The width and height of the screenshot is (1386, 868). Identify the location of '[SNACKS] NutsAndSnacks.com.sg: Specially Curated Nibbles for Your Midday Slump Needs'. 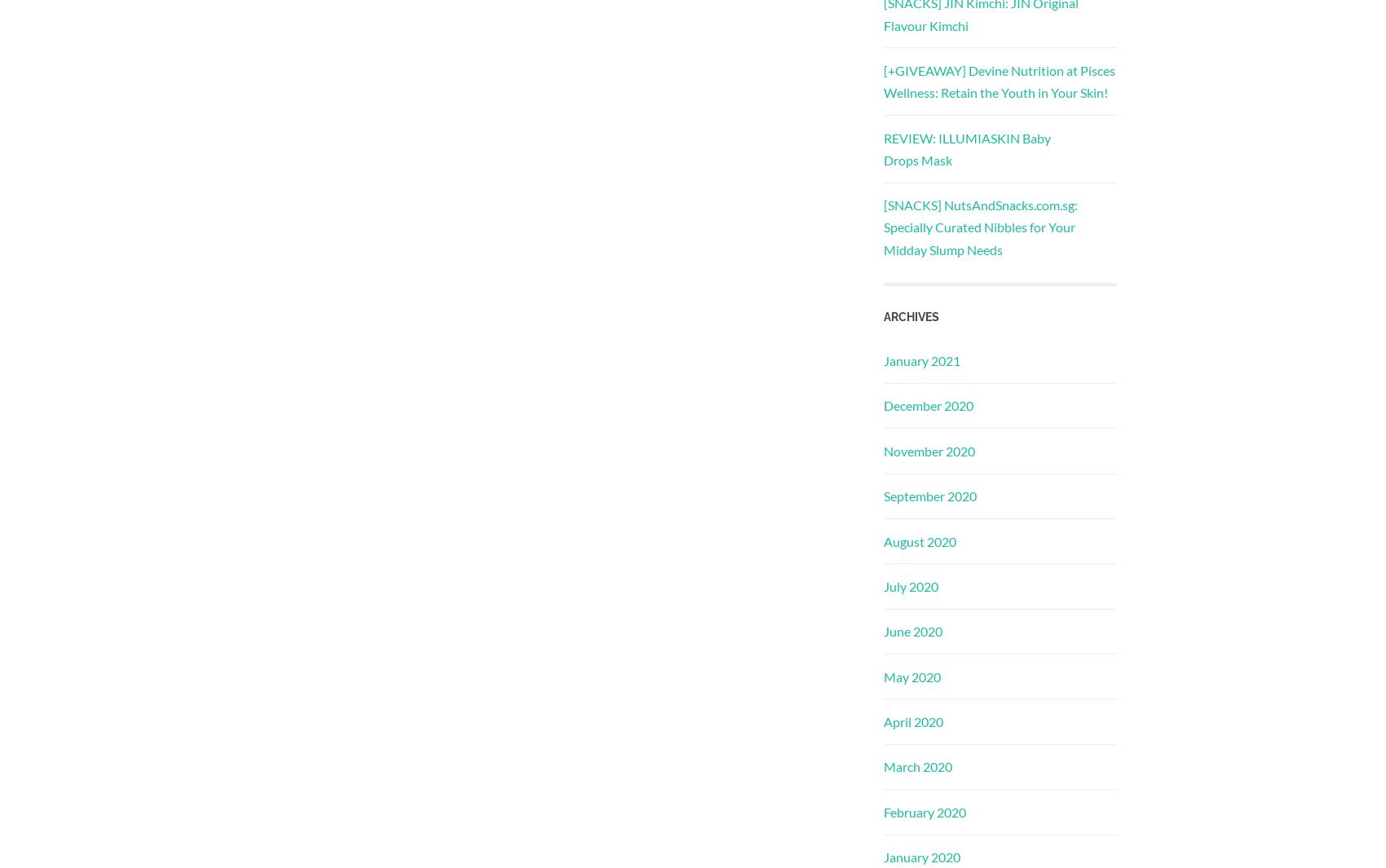
(979, 226).